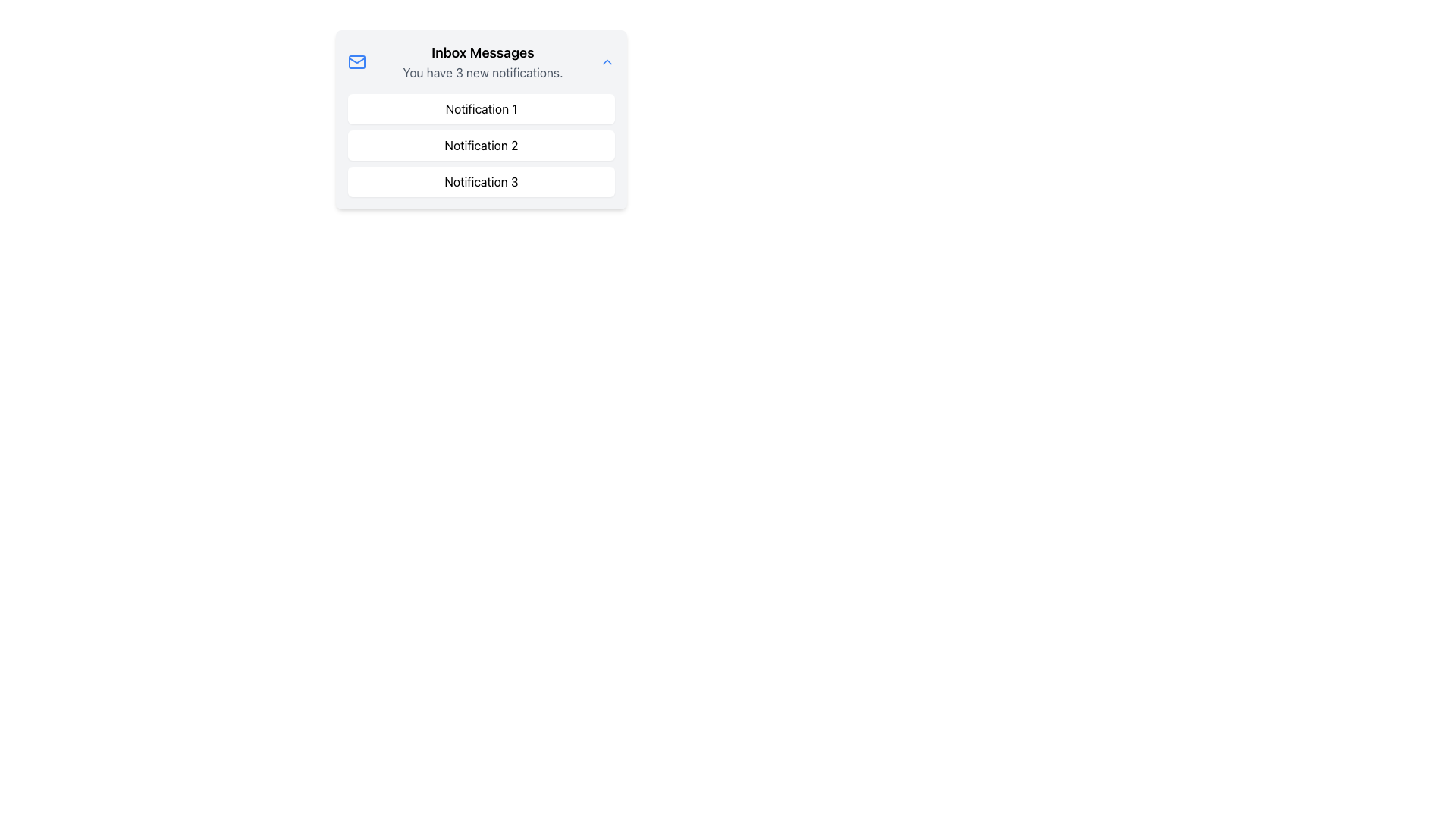  What do you see at coordinates (480, 146) in the screenshot?
I see `the notifications list component in the 'Inbox Messages' section` at bounding box center [480, 146].